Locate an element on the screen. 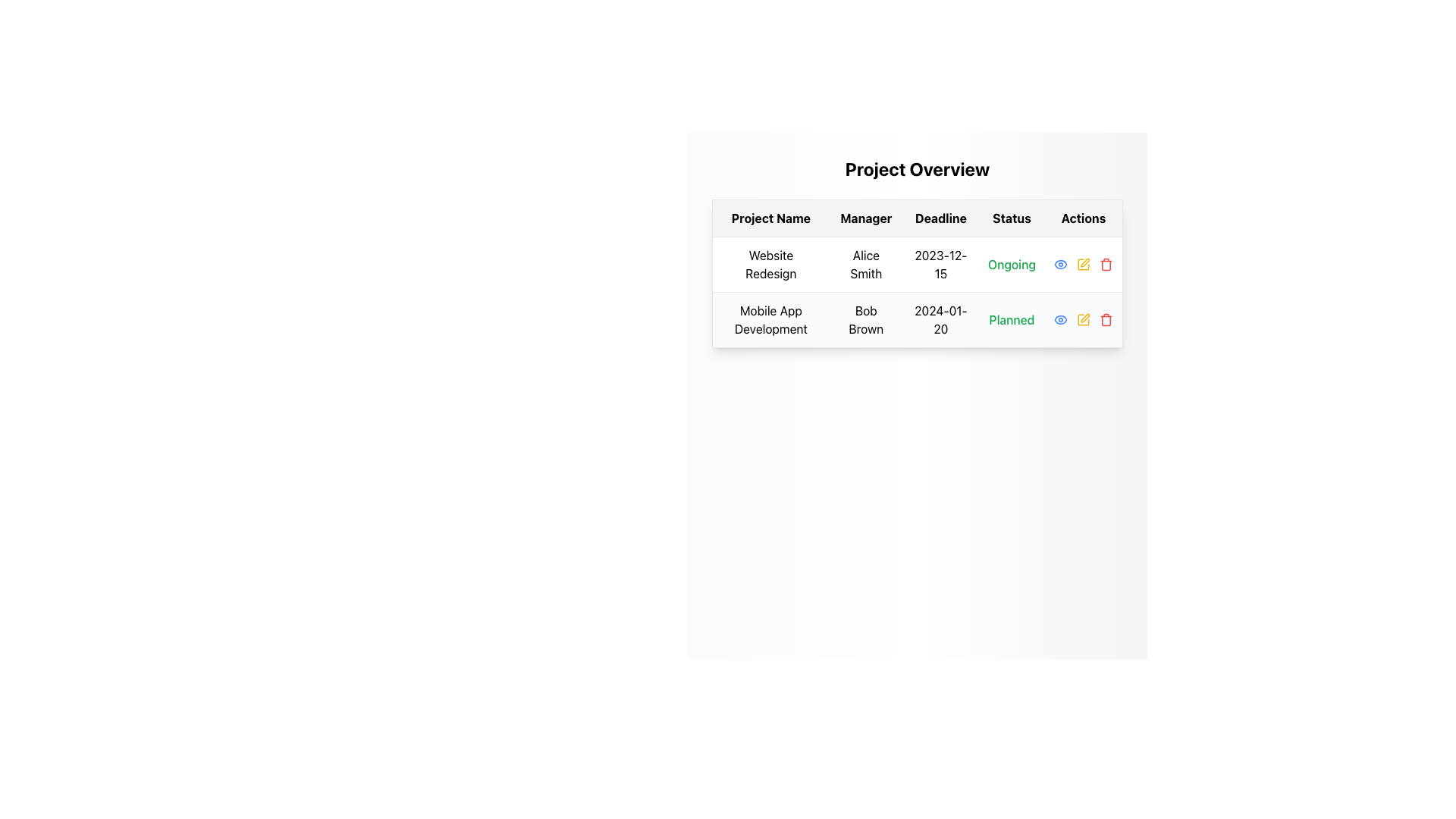 The height and width of the screenshot is (819, 1456). the column header labeled 'Deadlines' in the table, which is the third column from the left, positioned between 'Manager' and 'Status' is located at coordinates (940, 218).